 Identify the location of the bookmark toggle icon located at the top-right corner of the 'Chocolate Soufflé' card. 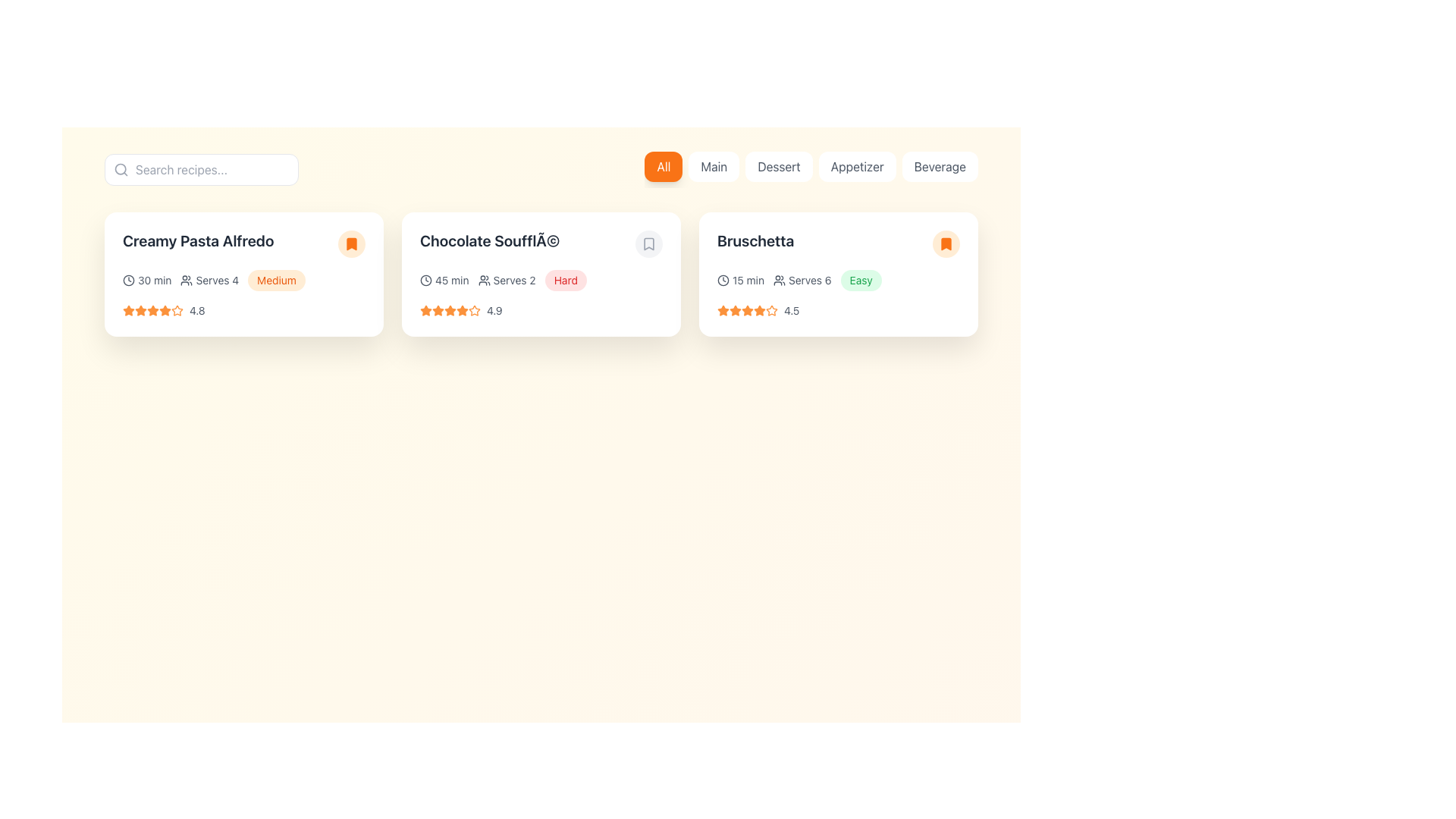
(648, 243).